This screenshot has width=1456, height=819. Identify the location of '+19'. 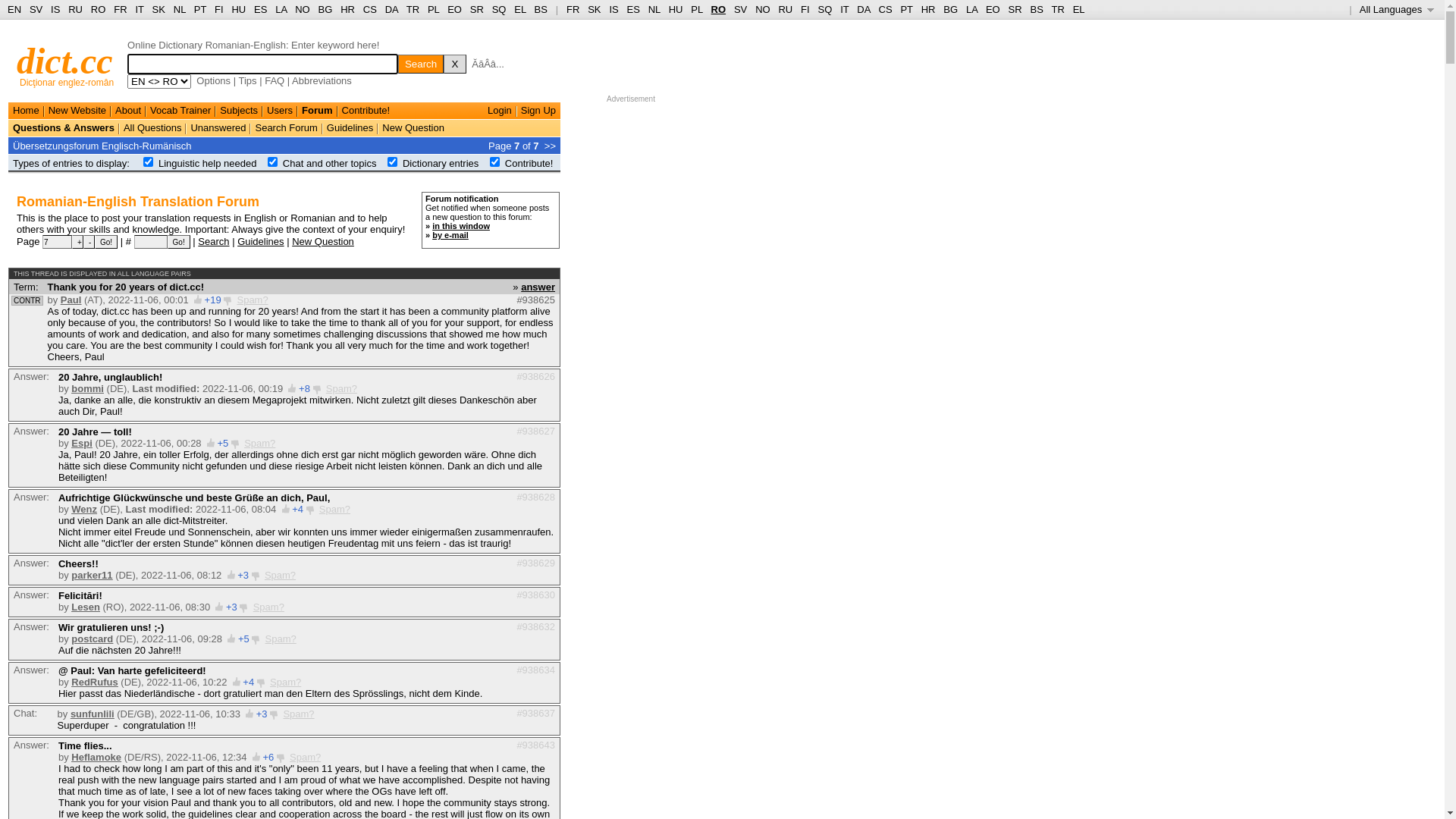
(212, 300).